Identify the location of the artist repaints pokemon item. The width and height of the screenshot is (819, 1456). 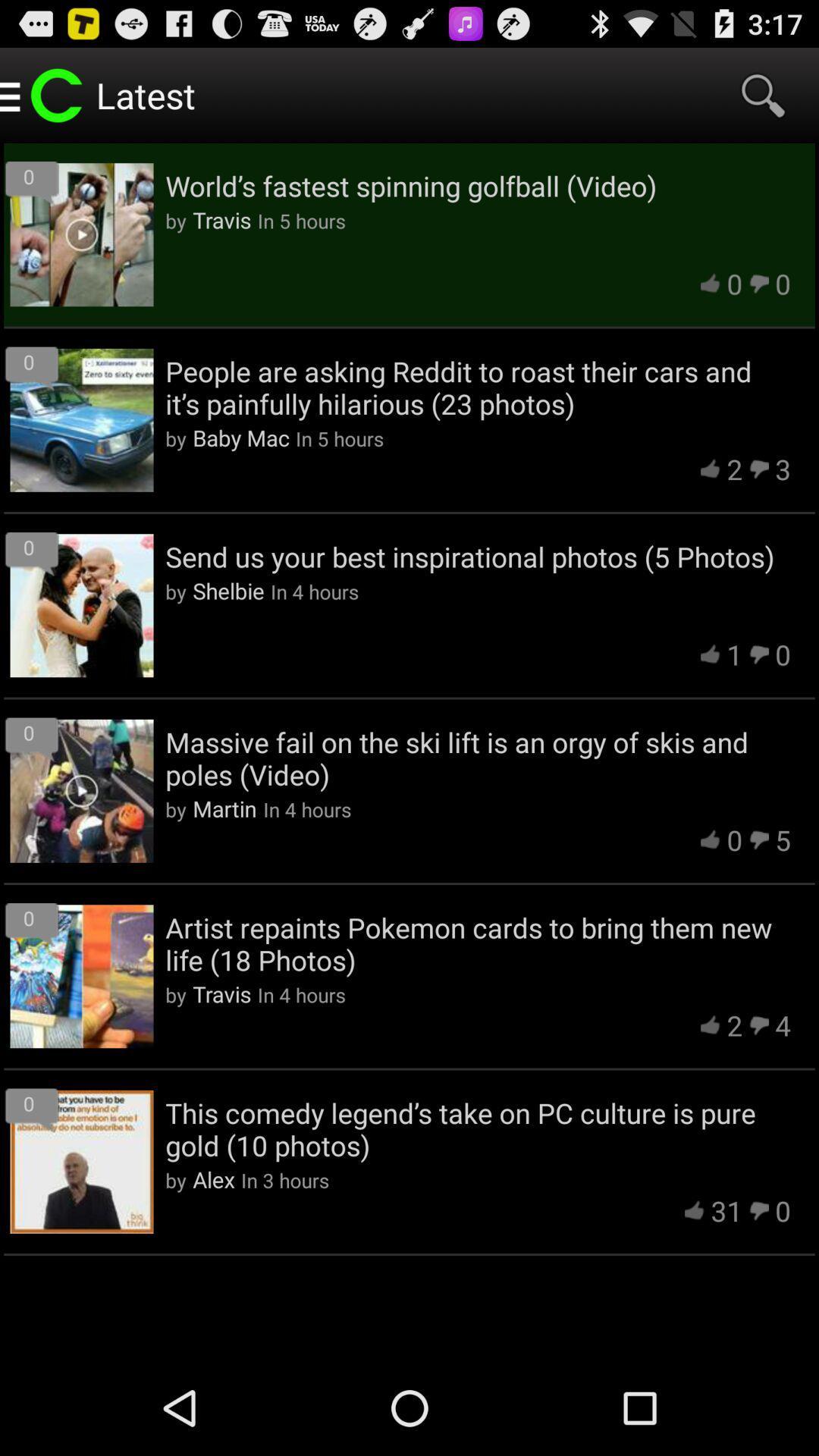
(478, 943).